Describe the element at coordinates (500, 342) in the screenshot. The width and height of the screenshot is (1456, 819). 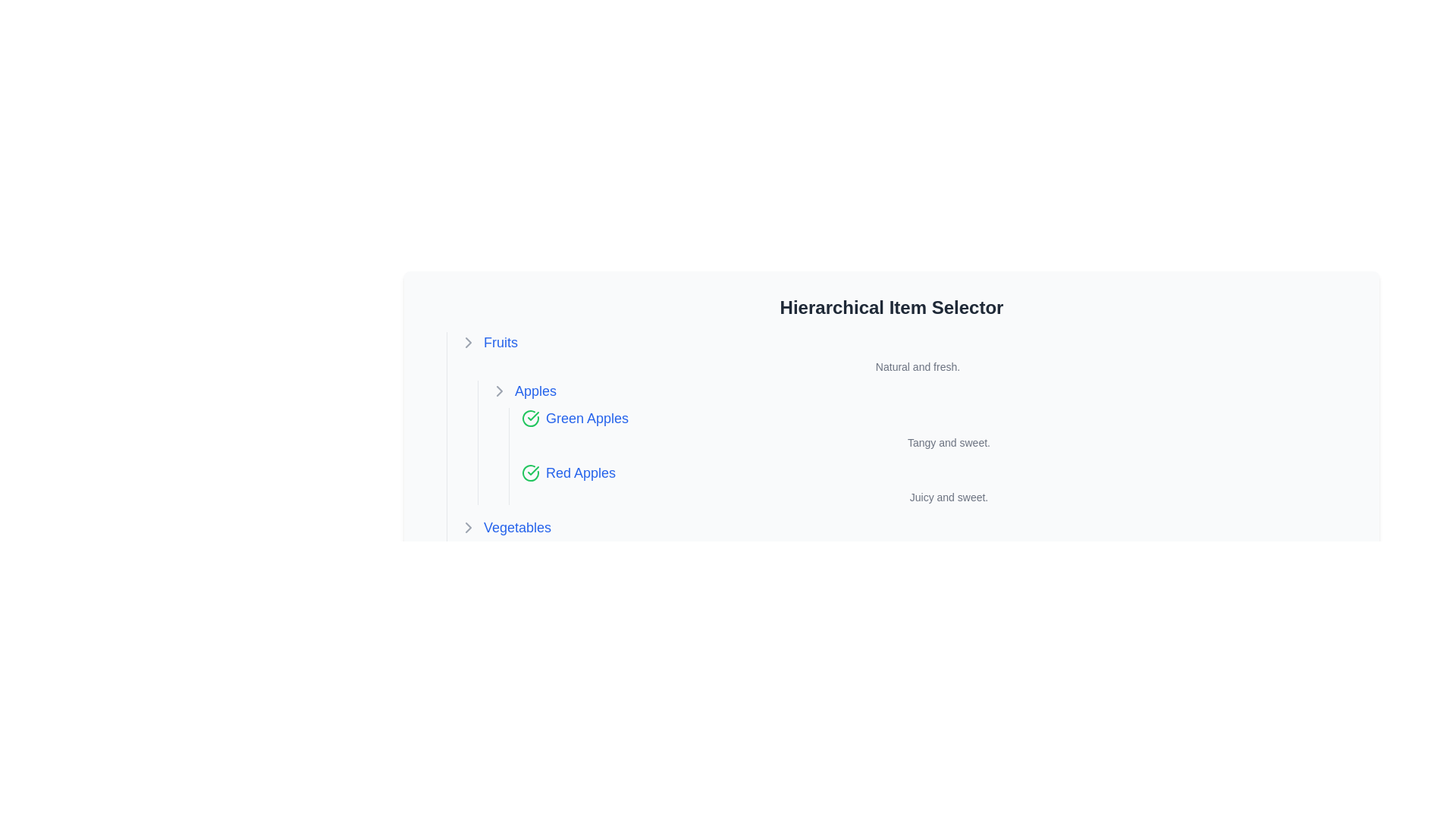
I see `the interactive text link` at that location.